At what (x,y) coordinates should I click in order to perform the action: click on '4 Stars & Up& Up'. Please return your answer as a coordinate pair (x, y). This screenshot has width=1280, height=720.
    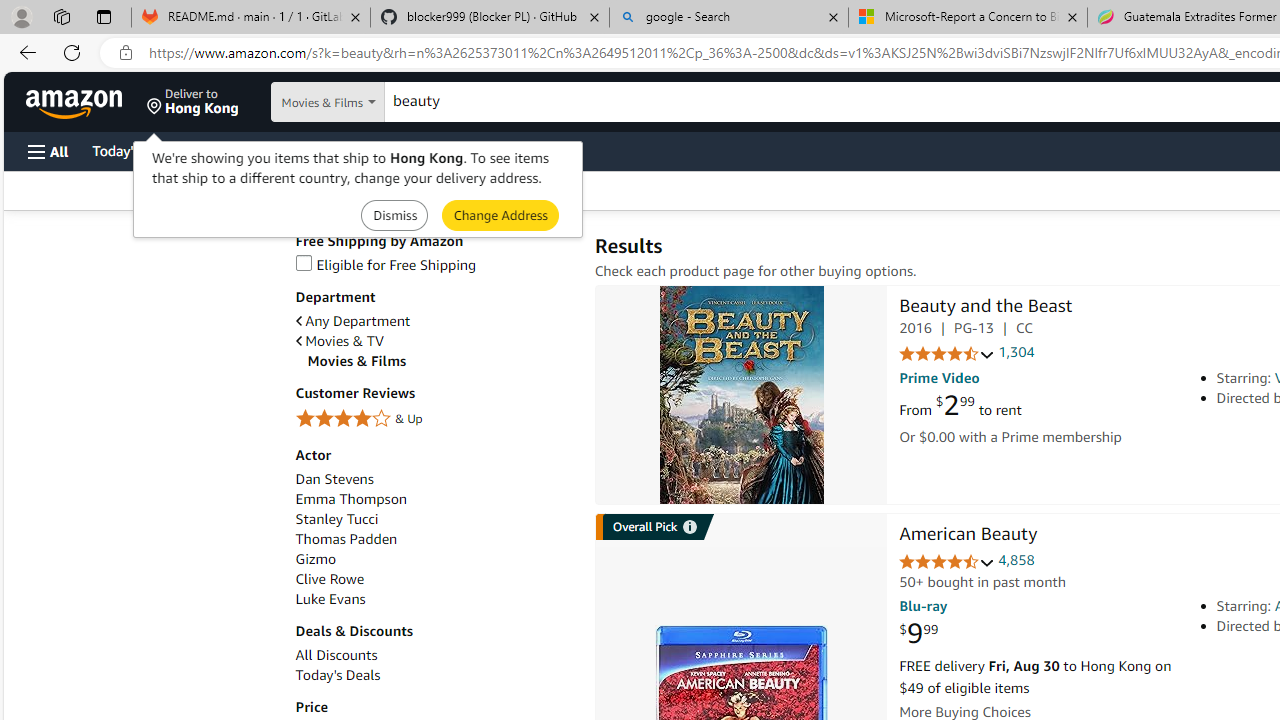
    Looking at the image, I should click on (433, 419).